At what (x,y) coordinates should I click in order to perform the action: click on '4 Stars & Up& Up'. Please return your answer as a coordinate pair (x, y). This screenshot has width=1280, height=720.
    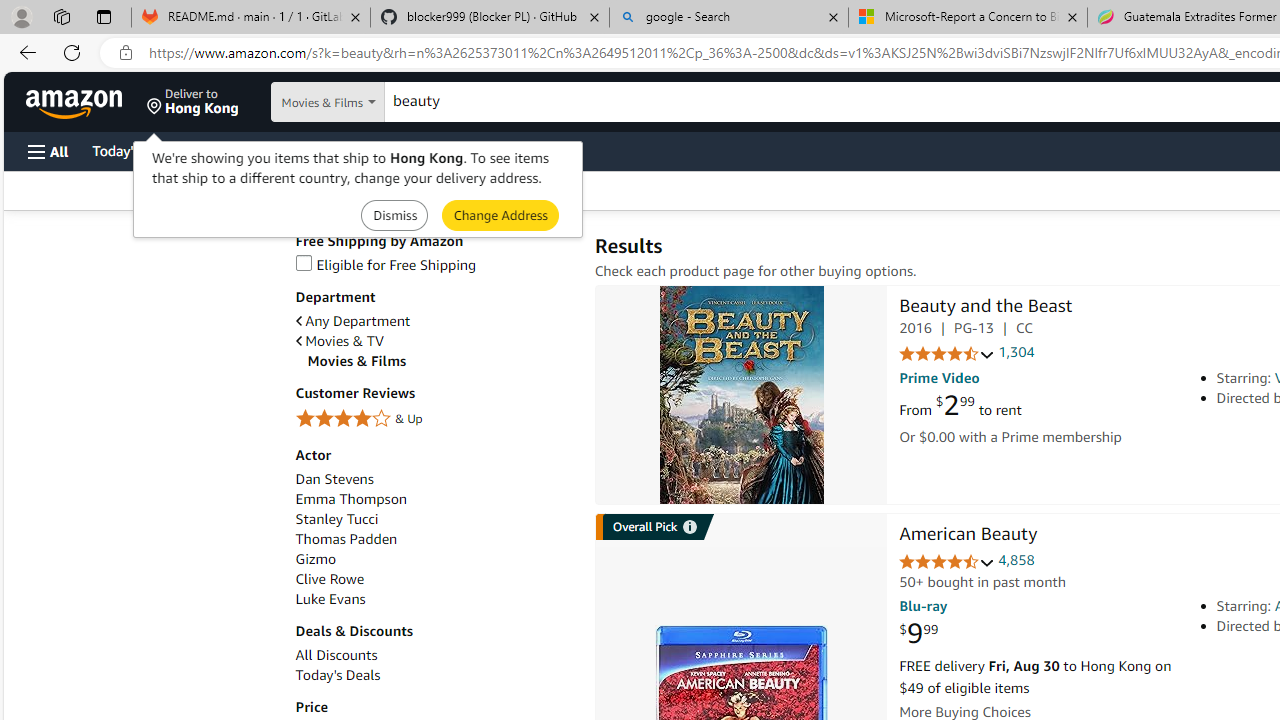
    Looking at the image, I should click on (433, 419).